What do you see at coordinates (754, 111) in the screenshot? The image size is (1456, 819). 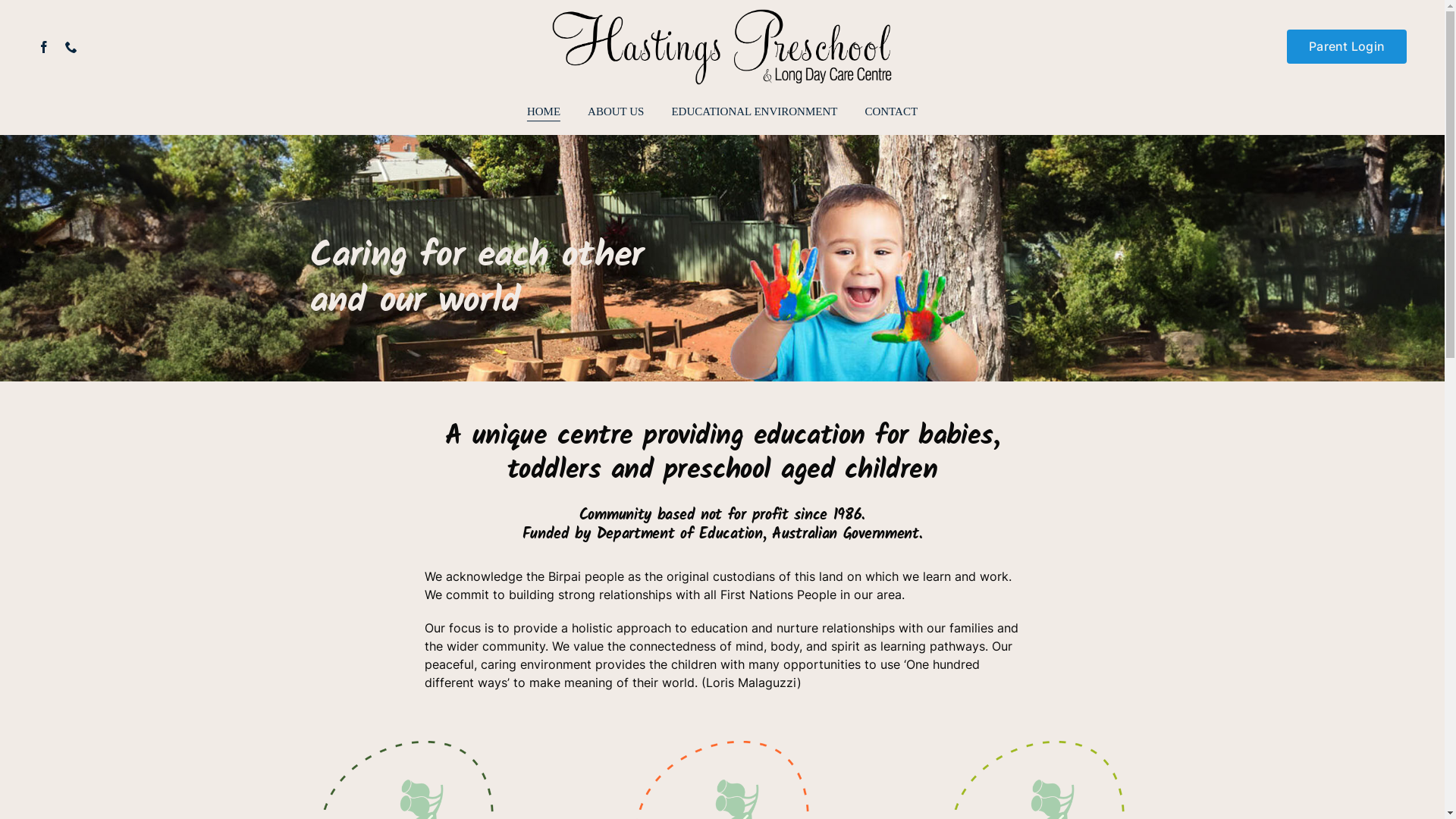 I see `'EDUCATIONAL ENVIRONMENT'` at bounding box center [754, 111].